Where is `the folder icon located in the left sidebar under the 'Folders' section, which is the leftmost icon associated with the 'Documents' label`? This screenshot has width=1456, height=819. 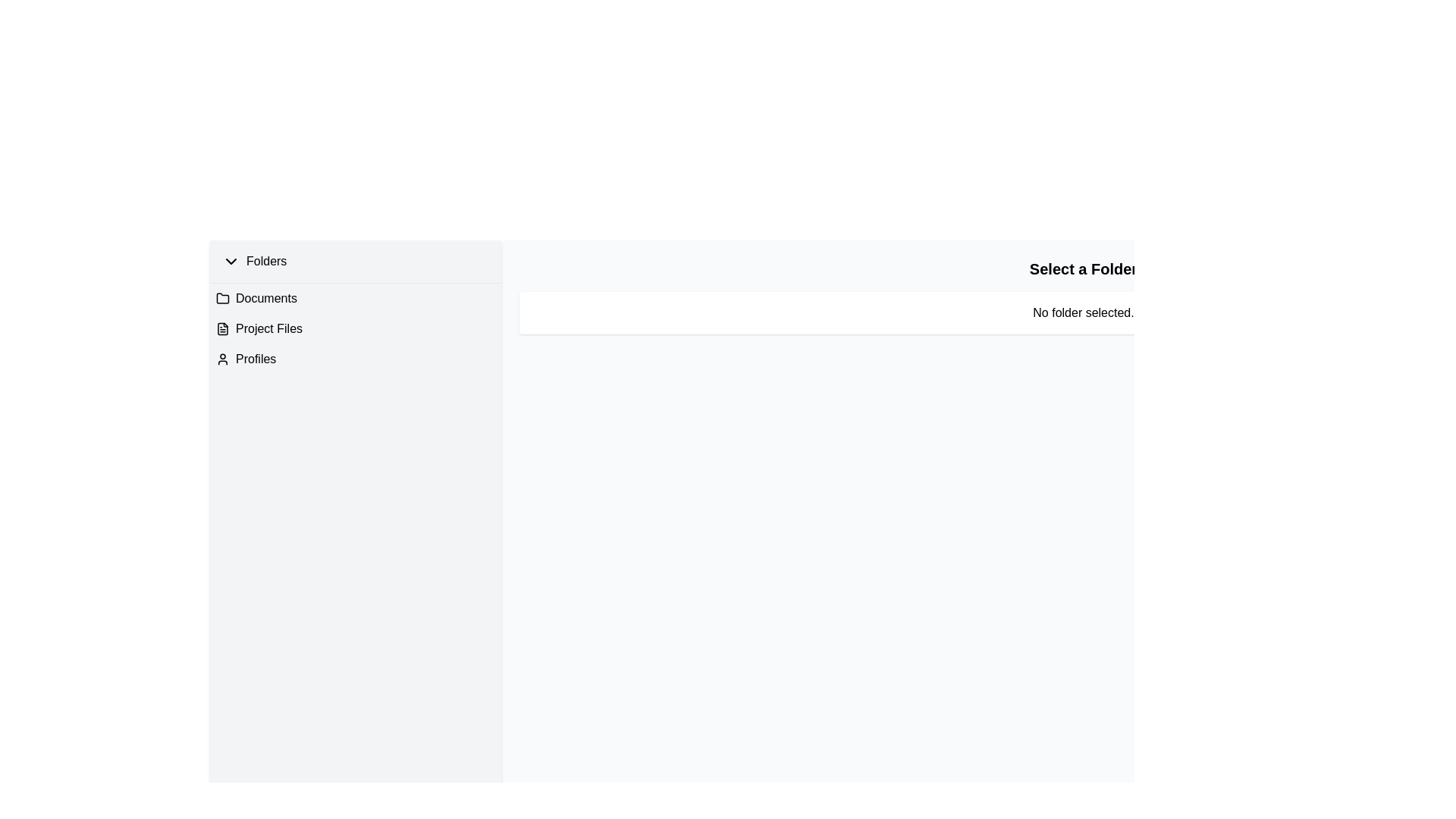 the folder icon located in the left sidebar under the 'Folders' section, which is the leftmost icon associated with the 'Documents' label is located at coordinates (221, 298).